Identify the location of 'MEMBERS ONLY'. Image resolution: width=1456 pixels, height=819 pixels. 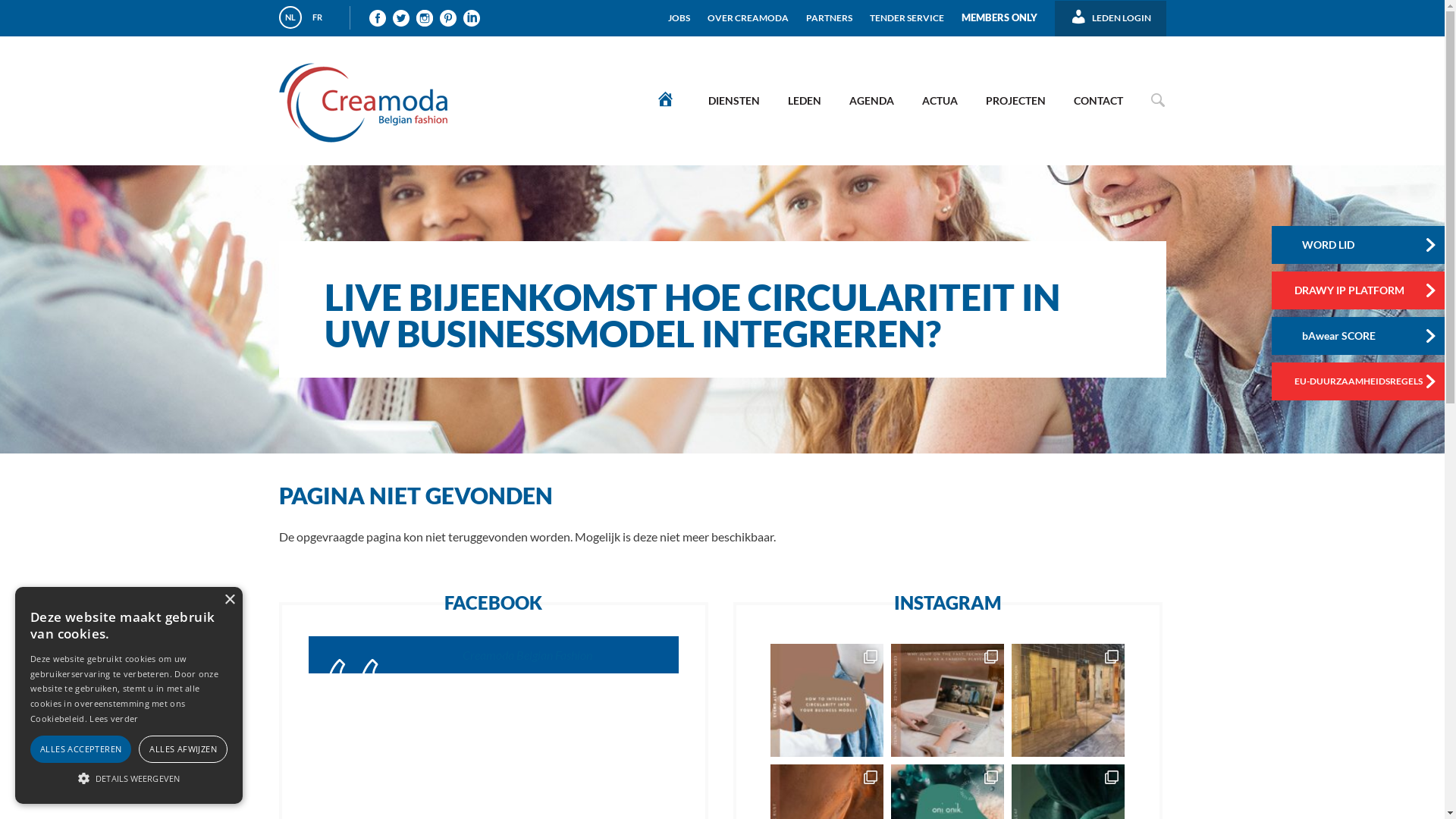
(999, 11).